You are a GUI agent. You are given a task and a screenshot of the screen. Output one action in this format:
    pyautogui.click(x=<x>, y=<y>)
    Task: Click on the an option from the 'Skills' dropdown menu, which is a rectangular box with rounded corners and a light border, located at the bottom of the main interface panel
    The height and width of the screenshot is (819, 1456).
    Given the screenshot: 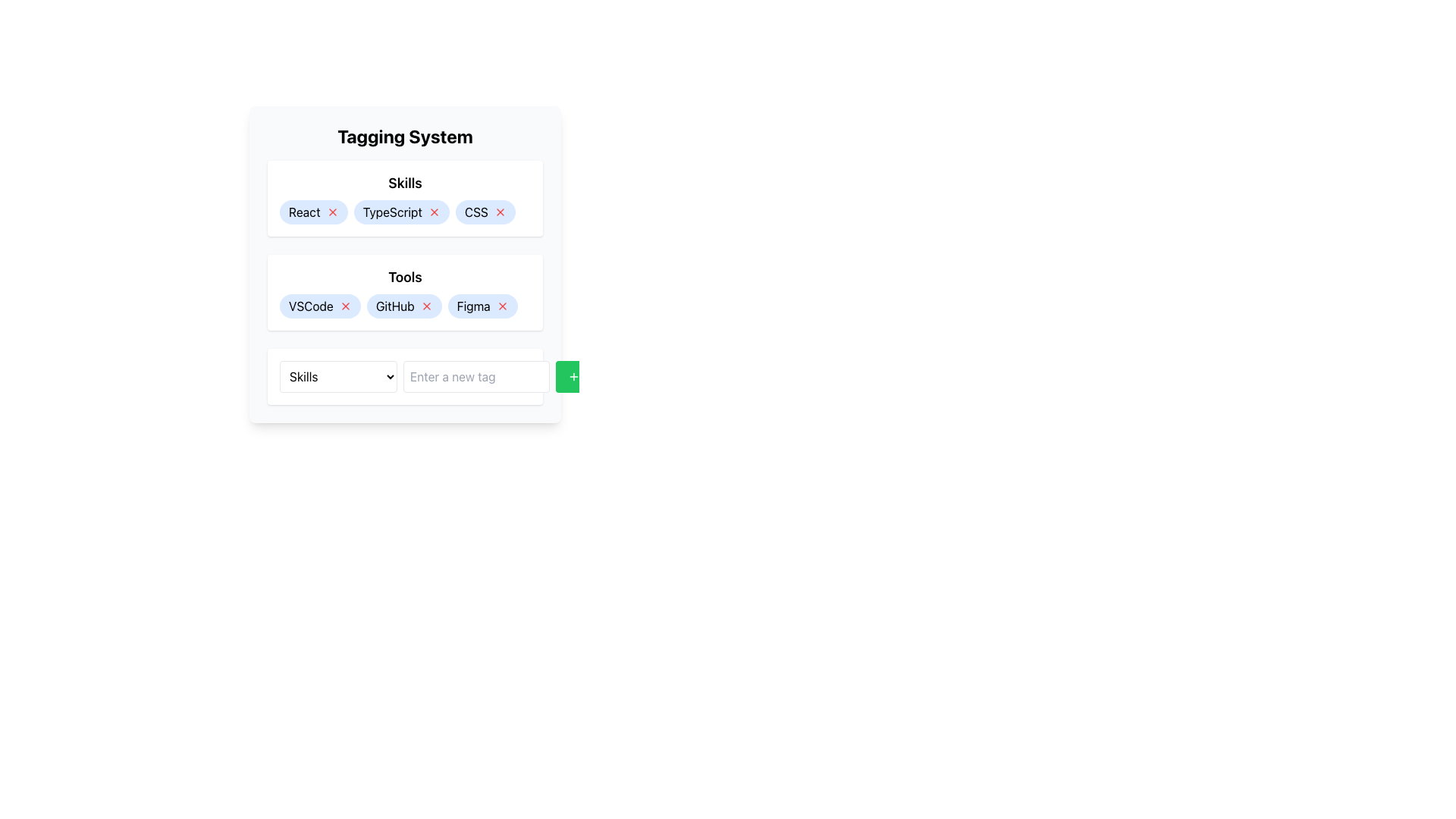 What is the action you would take?
    pyautogui.click(x=337, y=376)
    